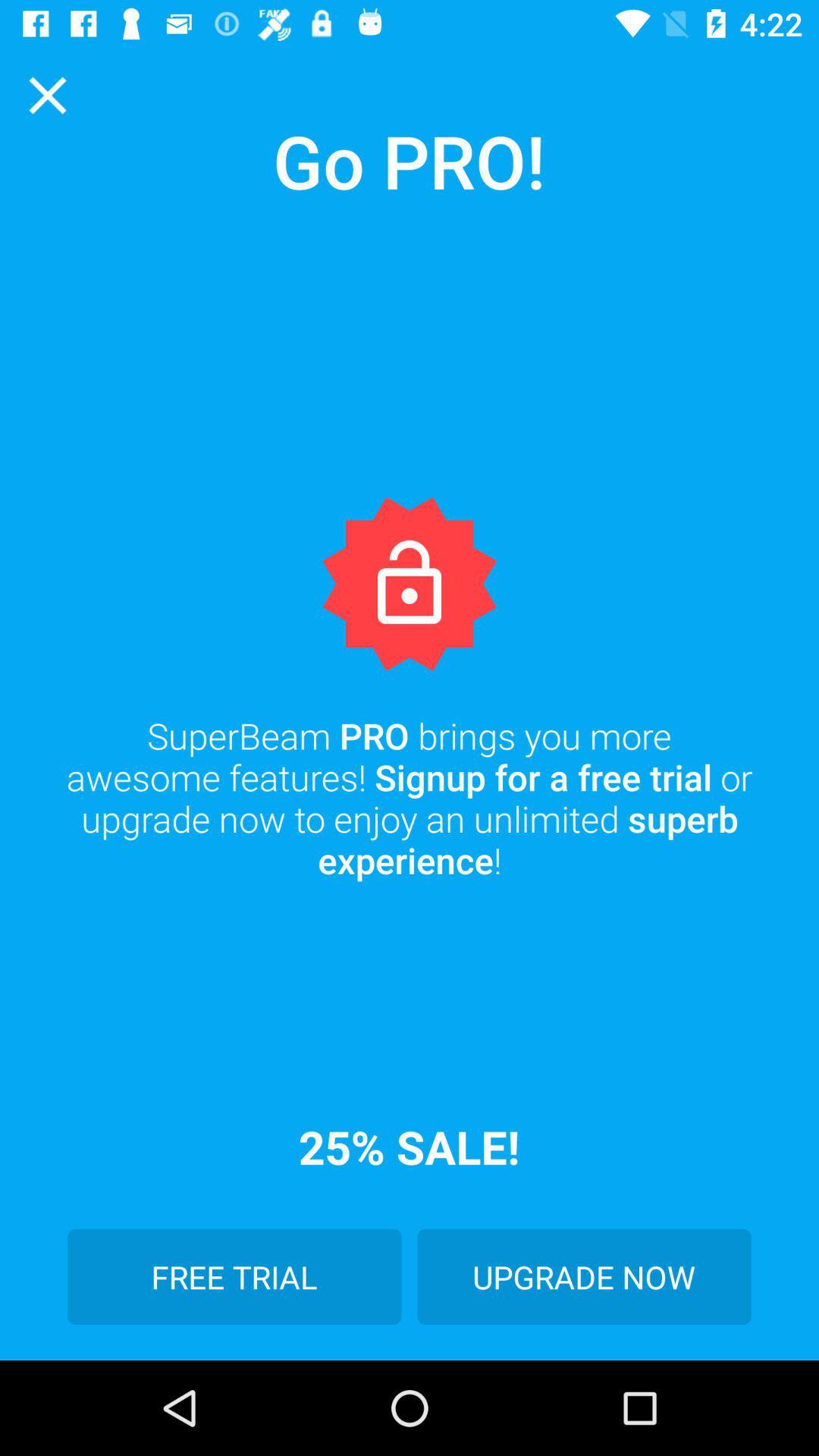  I want to click on exit upgrade account screen, so click(46, 94).